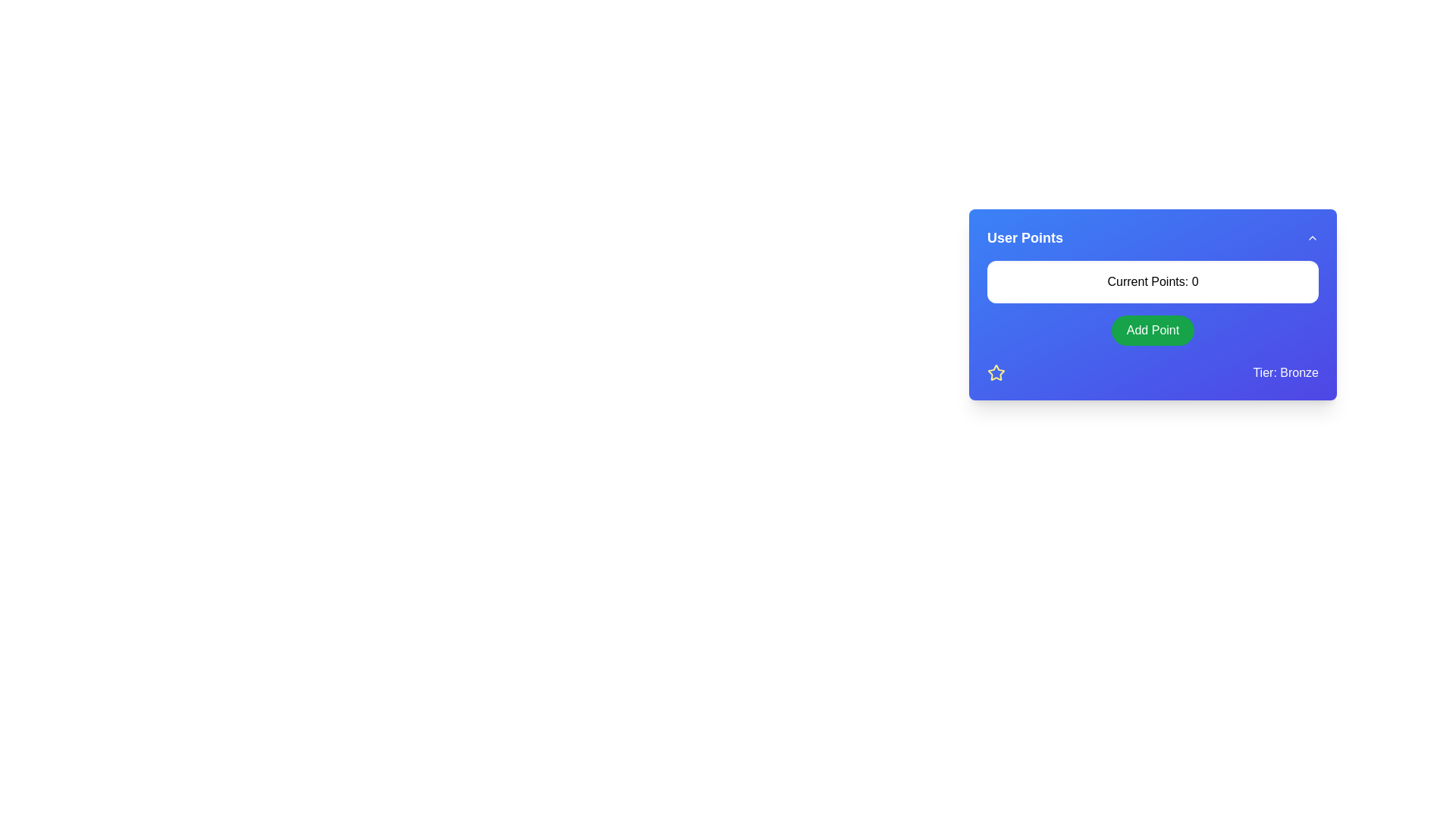  Describe the element at coordinates (1153, 329) in the screenshot. I see `the button located below the 'Current Points: 0' text box` at that location.